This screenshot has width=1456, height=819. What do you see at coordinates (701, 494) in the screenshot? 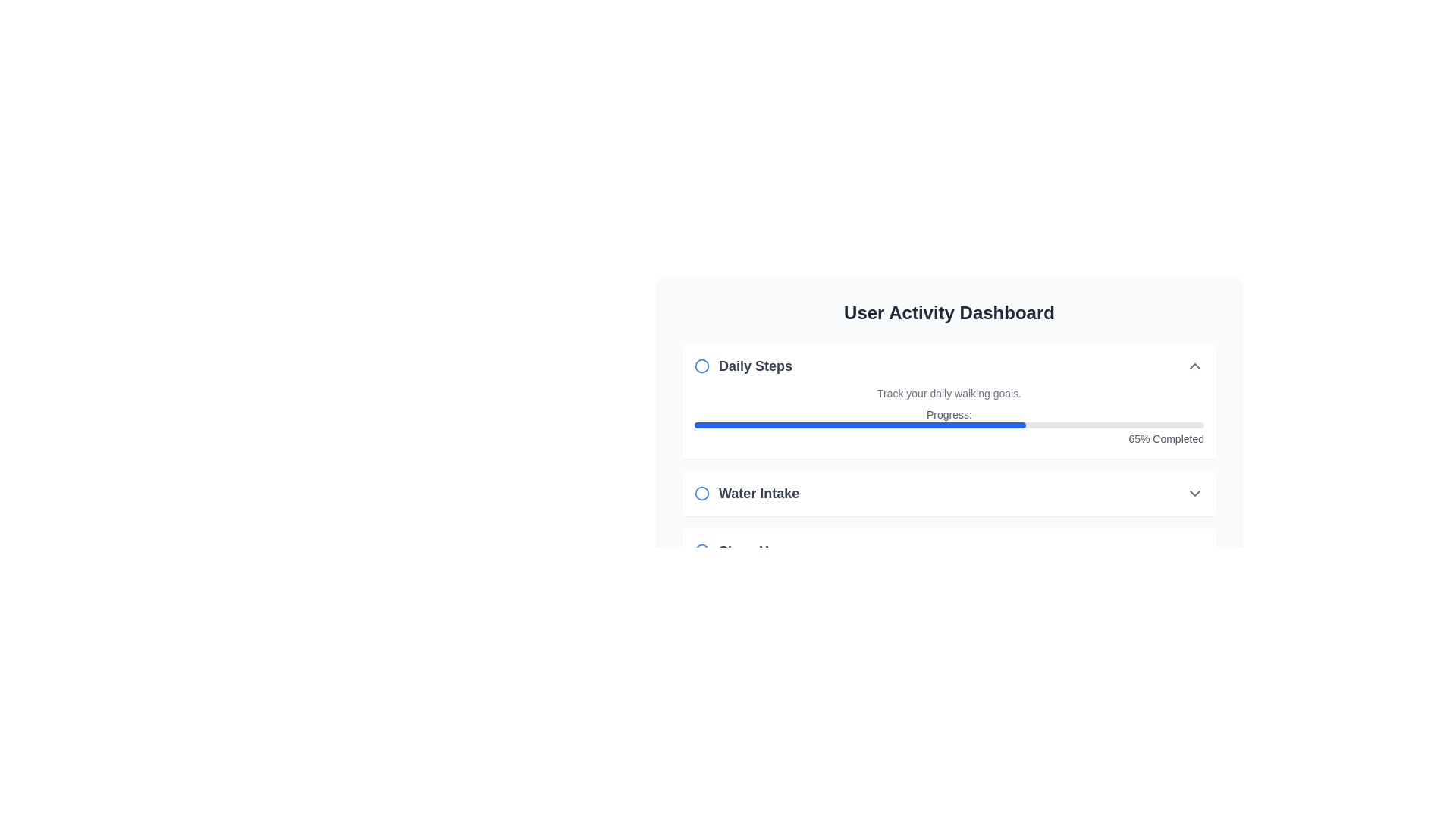
I see `the Circular graphical indicator (SVG element) located next to the 'Water Intake' text label in the 'User Activity Dashboard'` at bounding box center [701, 494].